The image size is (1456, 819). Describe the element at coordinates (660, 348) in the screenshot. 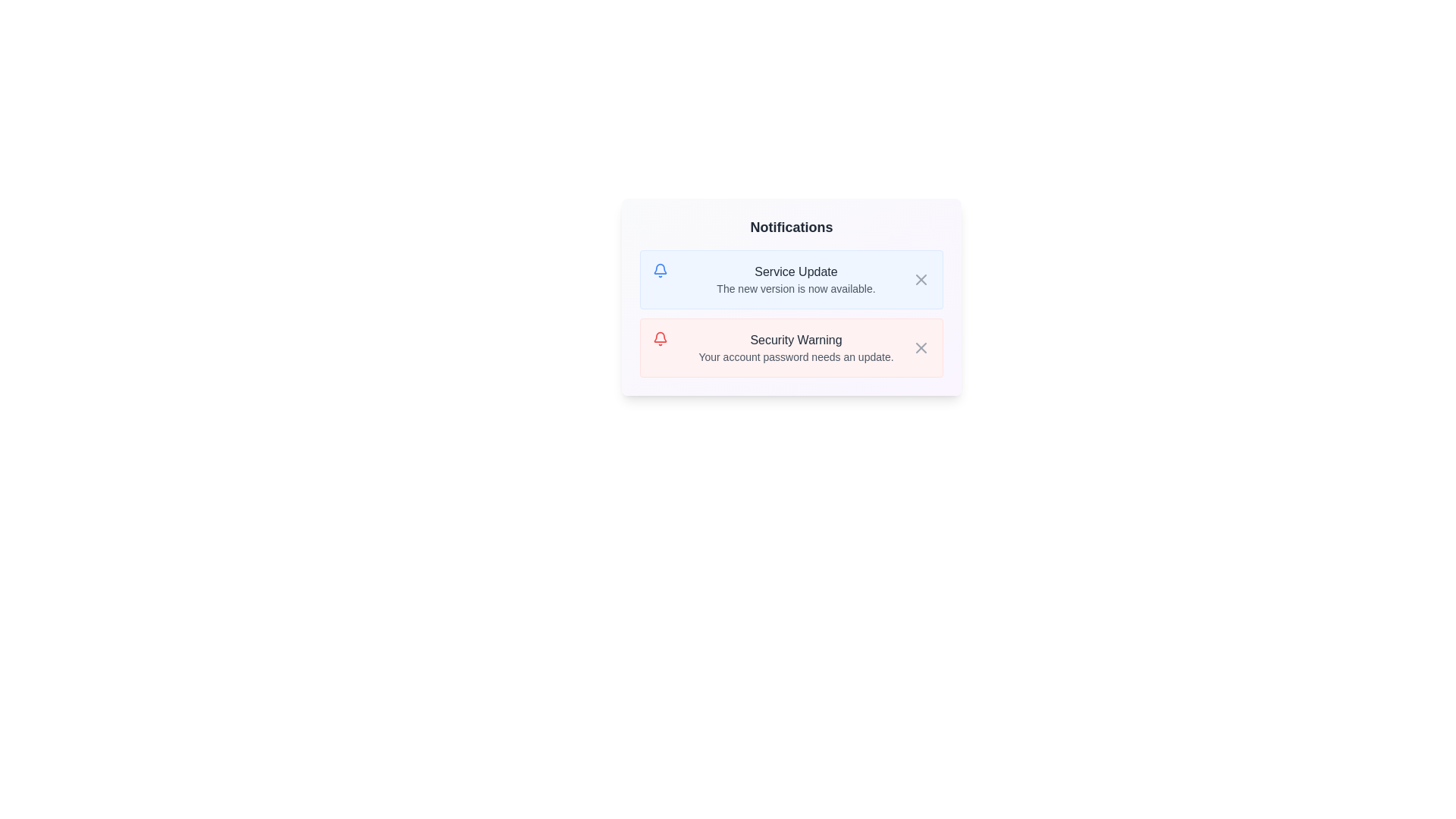

I see `the red bell icon located to the left side of the 'Security Warning' notification box` at that location.